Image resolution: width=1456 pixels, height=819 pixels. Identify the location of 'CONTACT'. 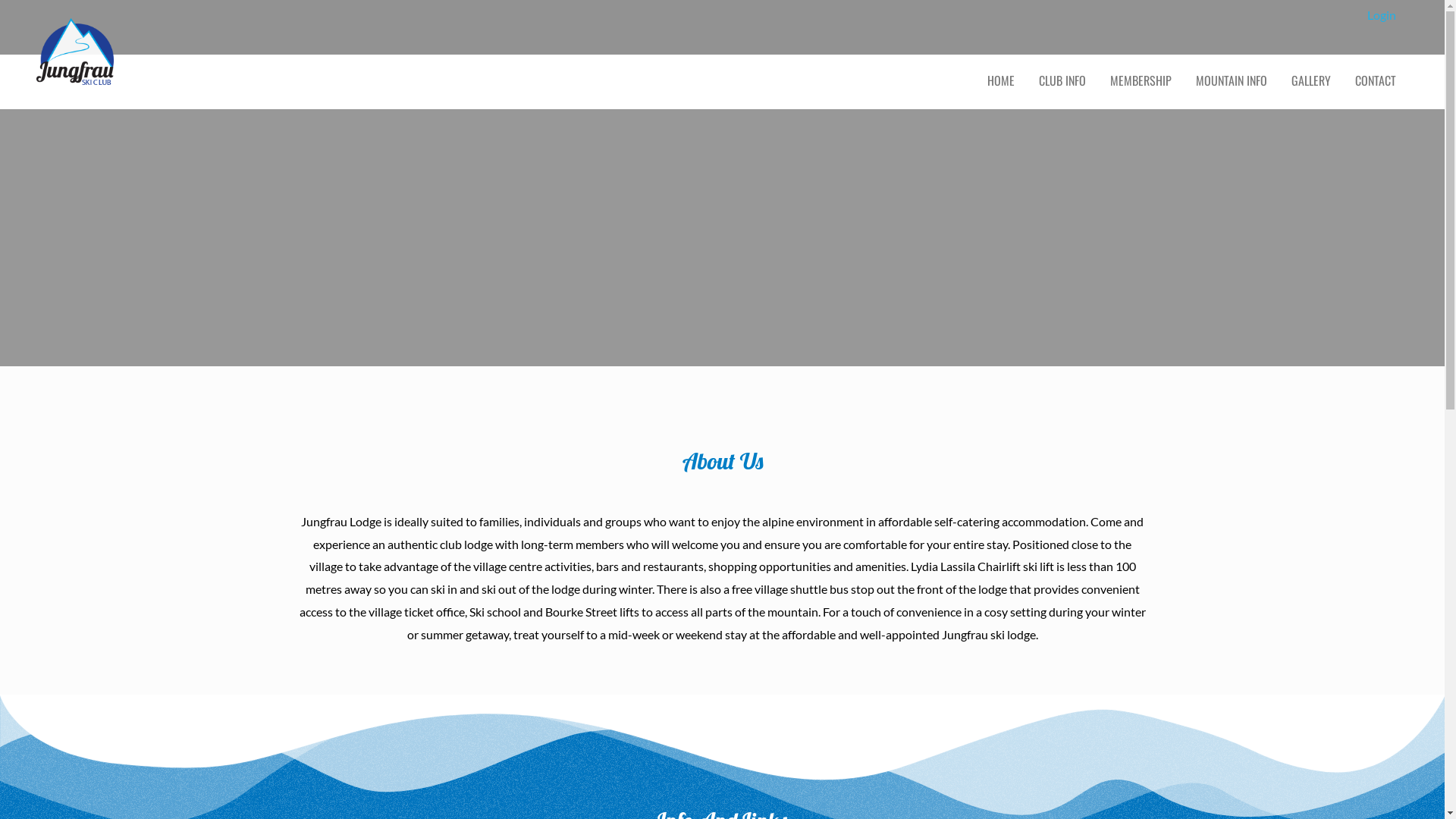
(1376, 80).